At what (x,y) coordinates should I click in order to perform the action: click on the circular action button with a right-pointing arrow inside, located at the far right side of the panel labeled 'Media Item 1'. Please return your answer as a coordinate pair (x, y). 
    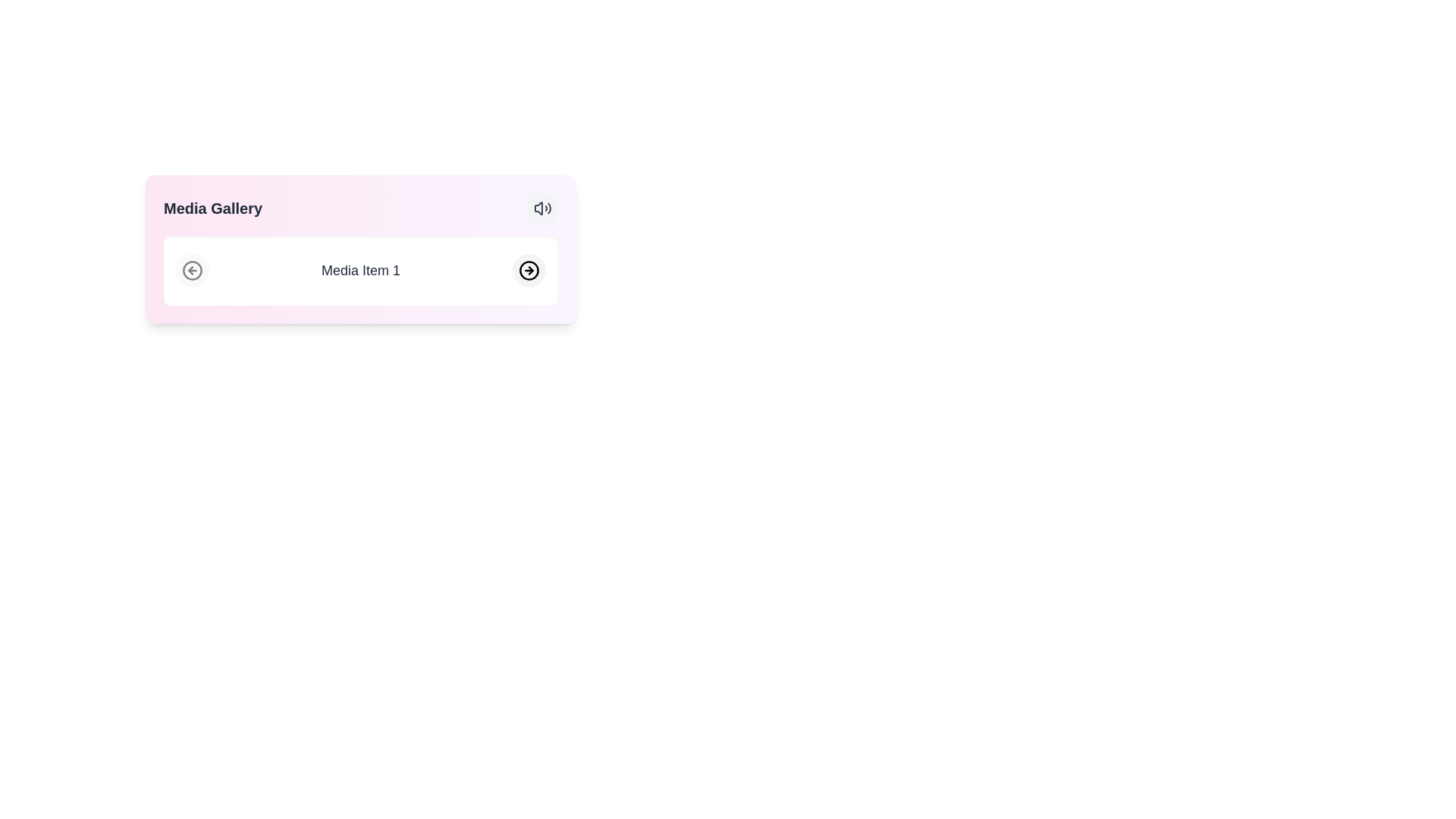
    Looking at the image, I should click on (529, 270).